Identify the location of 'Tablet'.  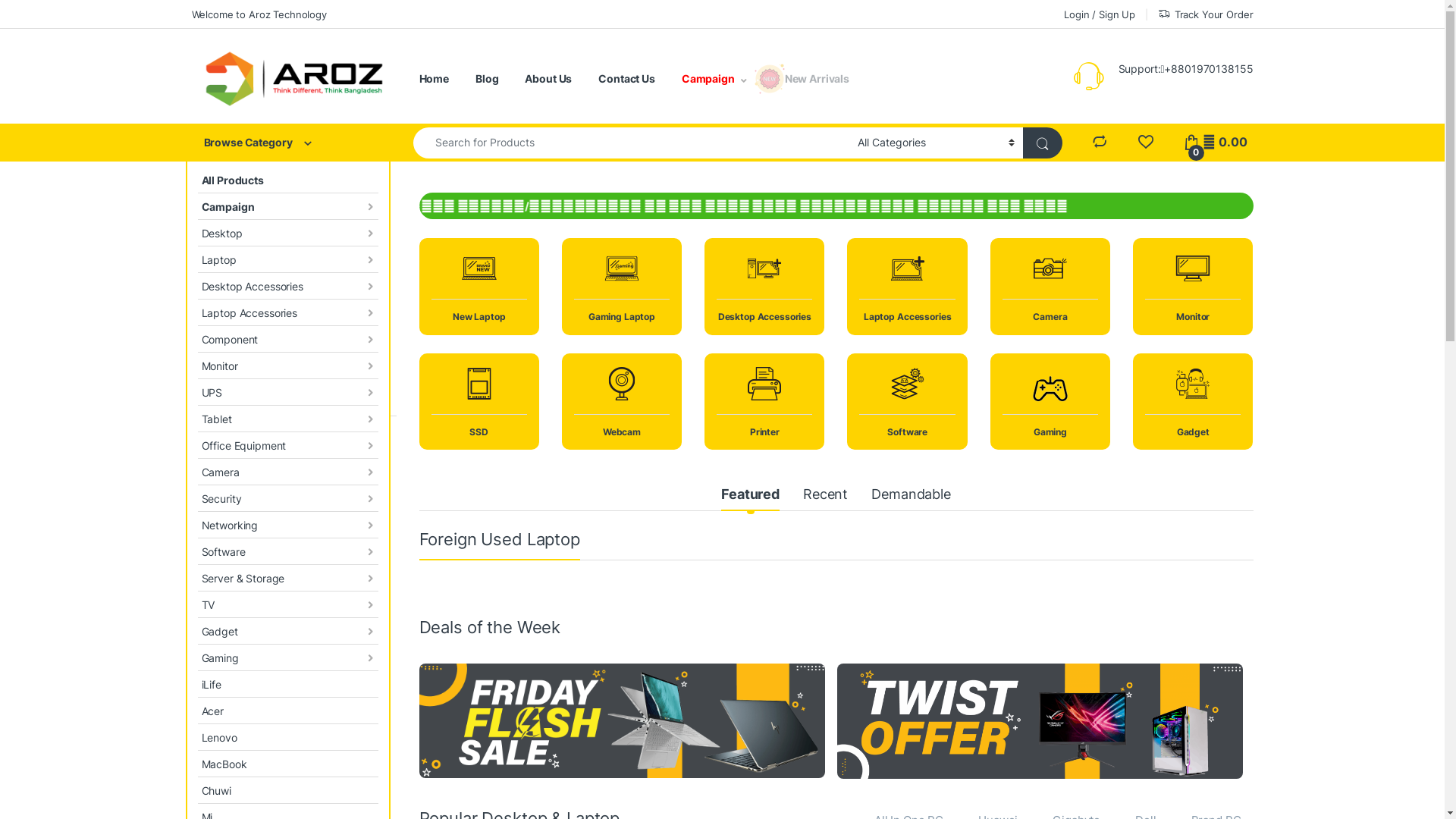
(287, 419).